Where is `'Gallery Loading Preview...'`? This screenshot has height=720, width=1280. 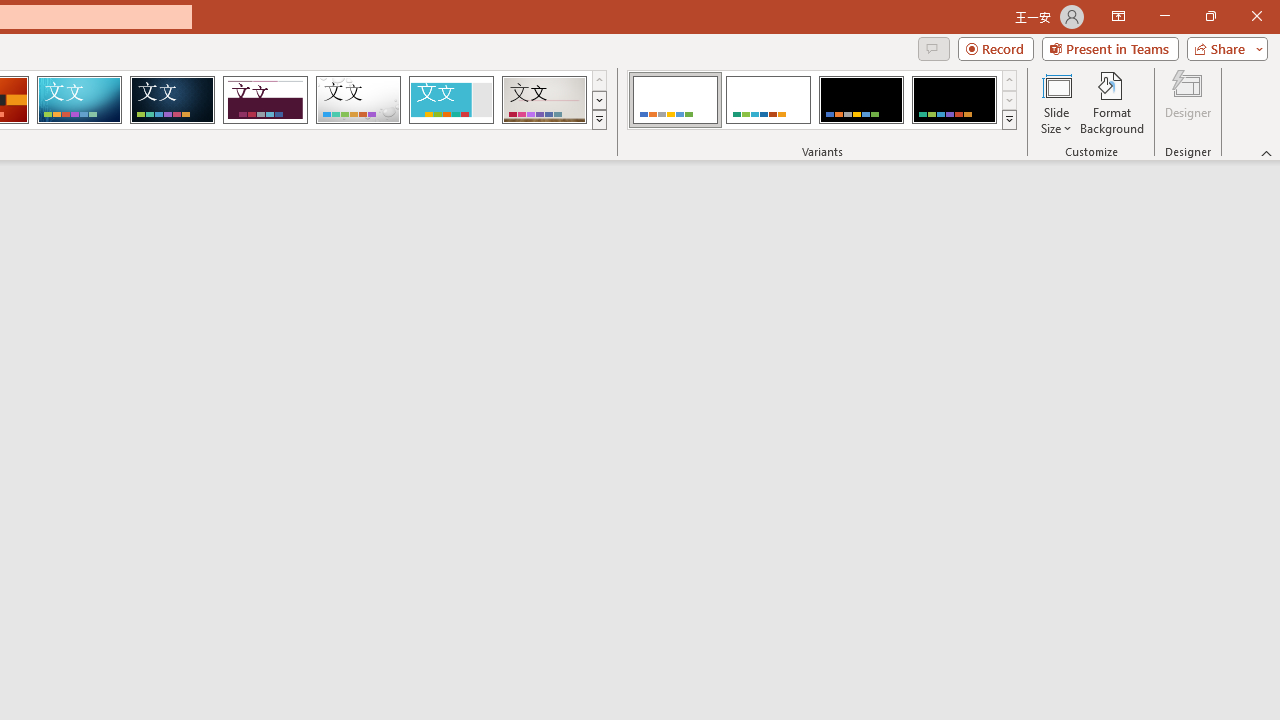 'Gallery Loading Preview...' is located at coordinates (544, 100).